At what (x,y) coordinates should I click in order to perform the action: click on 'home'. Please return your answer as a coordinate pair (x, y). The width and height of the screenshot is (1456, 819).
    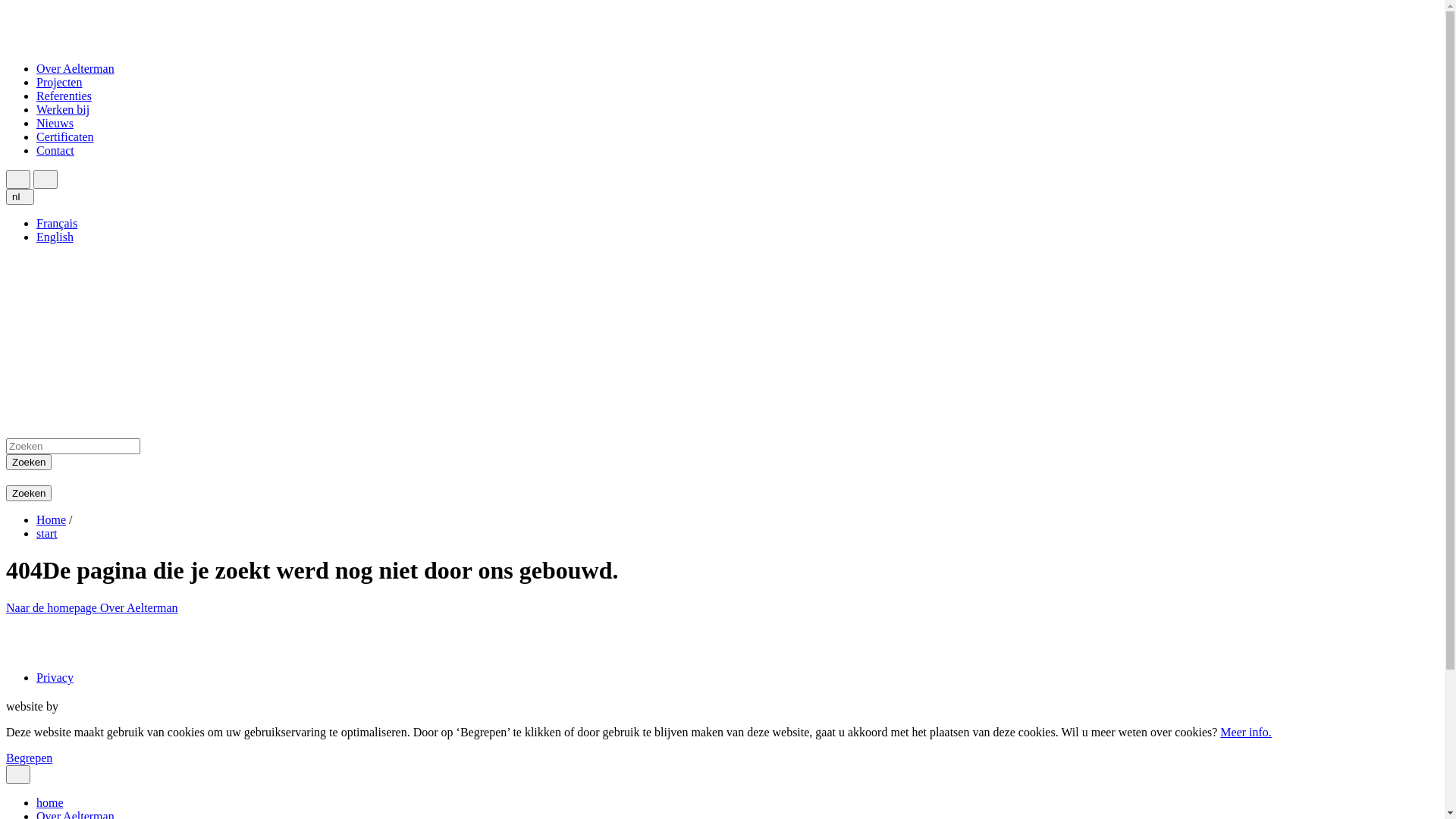
    Looking at the image, I should click on (36, 802).